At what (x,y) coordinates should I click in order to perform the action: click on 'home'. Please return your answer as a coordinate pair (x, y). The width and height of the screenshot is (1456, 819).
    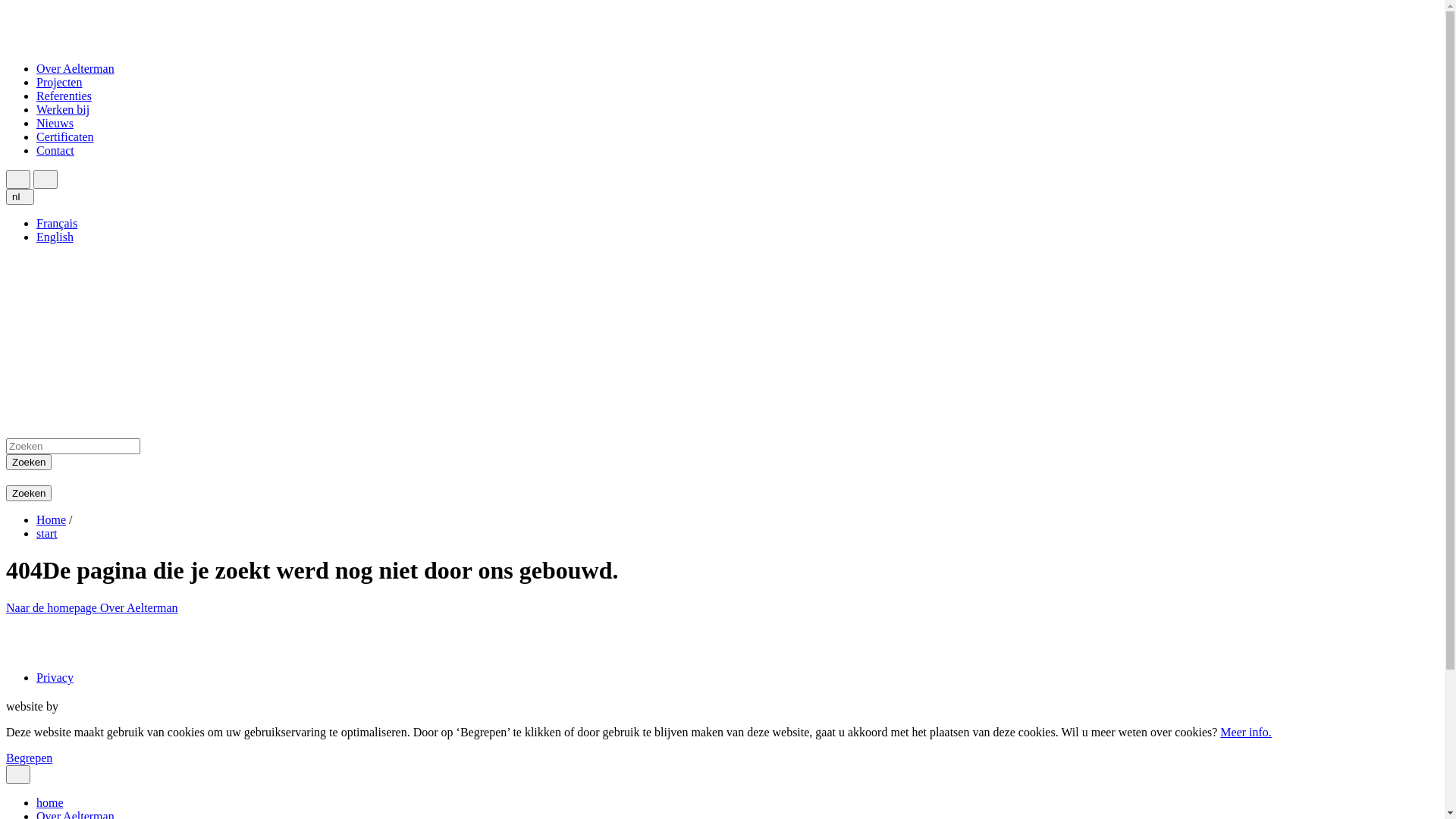
    Looking at the image, I should click on (36, 802).